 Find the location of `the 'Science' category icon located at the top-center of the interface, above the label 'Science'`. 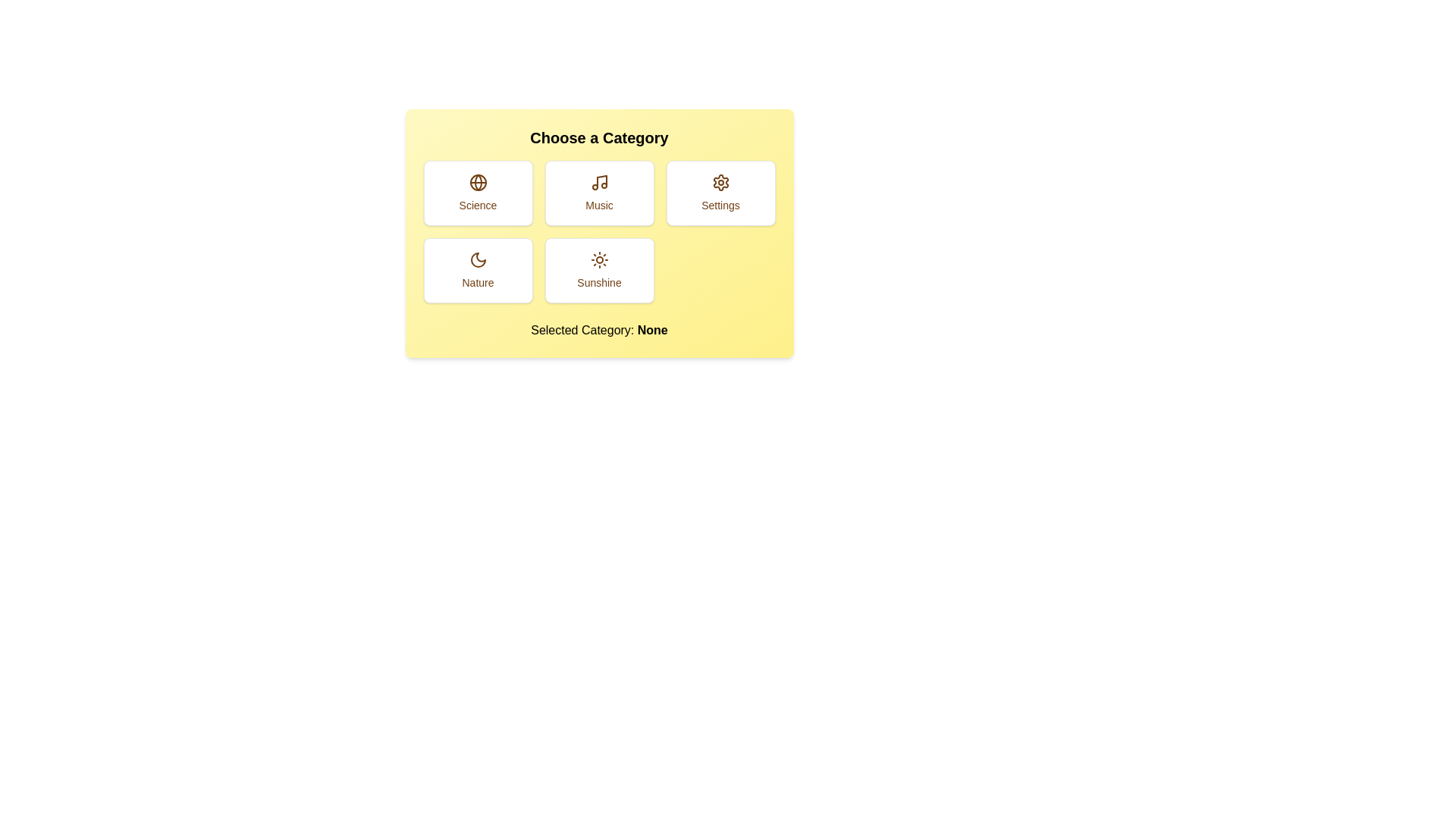

the 'Science' category icon located at the top-center of the interface, above the label 'Science' is located at coordinates (477, 181).